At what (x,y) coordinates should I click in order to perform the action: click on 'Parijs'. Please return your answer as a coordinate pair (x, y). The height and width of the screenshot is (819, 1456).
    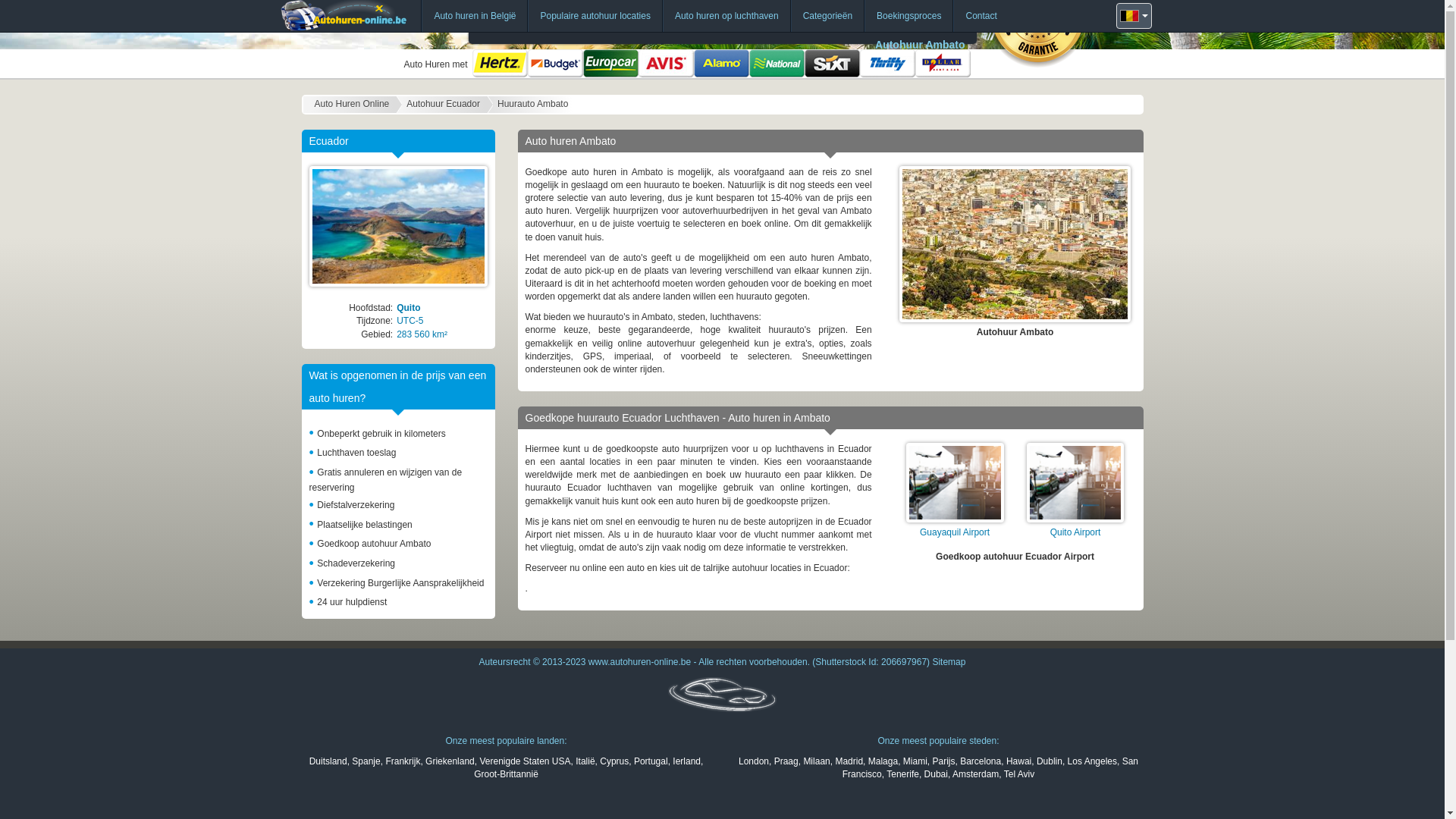
    Looking at the image, I should click on (930, 761).